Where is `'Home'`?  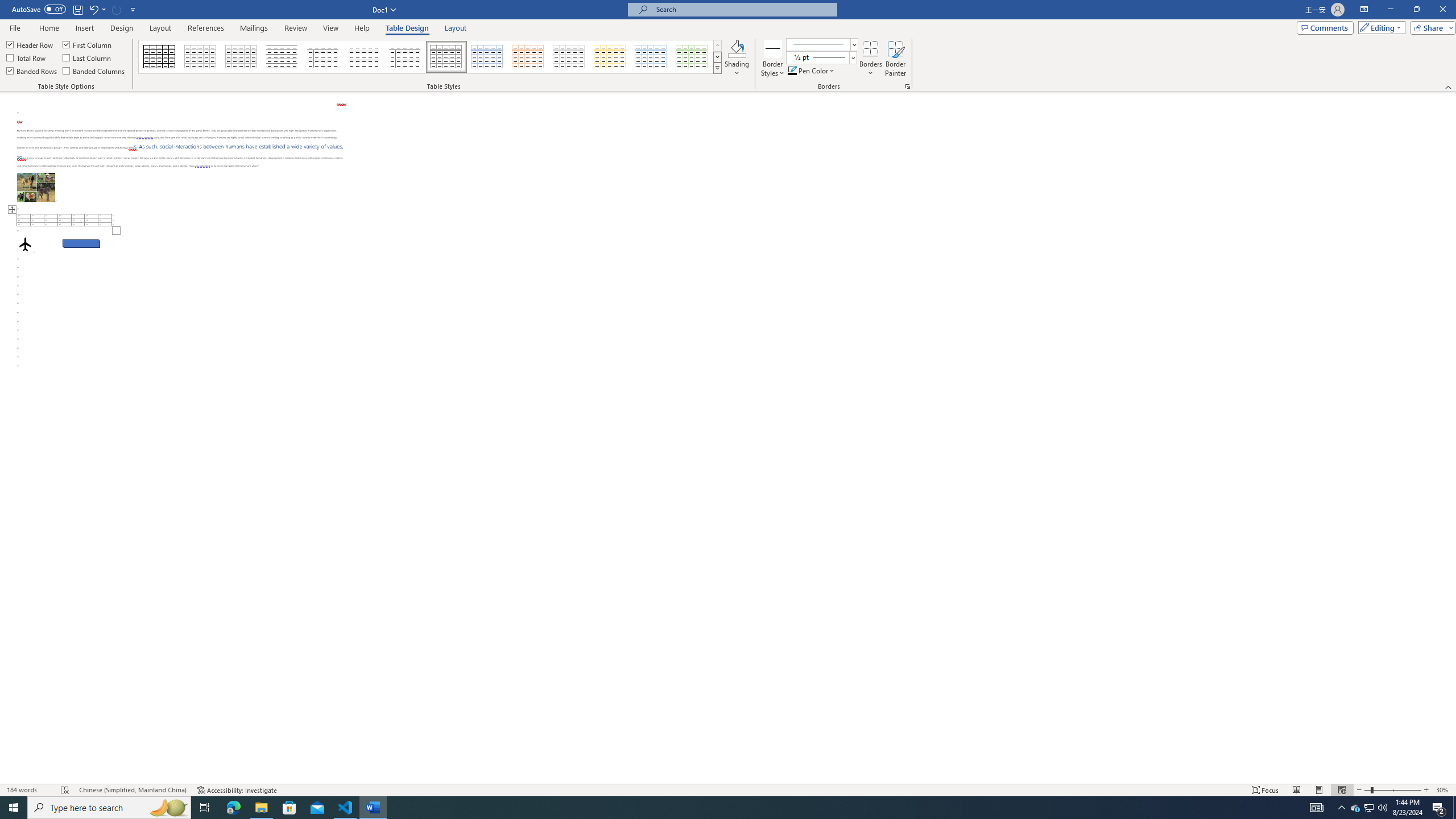 'Home' is located at coordinates (48, 28).